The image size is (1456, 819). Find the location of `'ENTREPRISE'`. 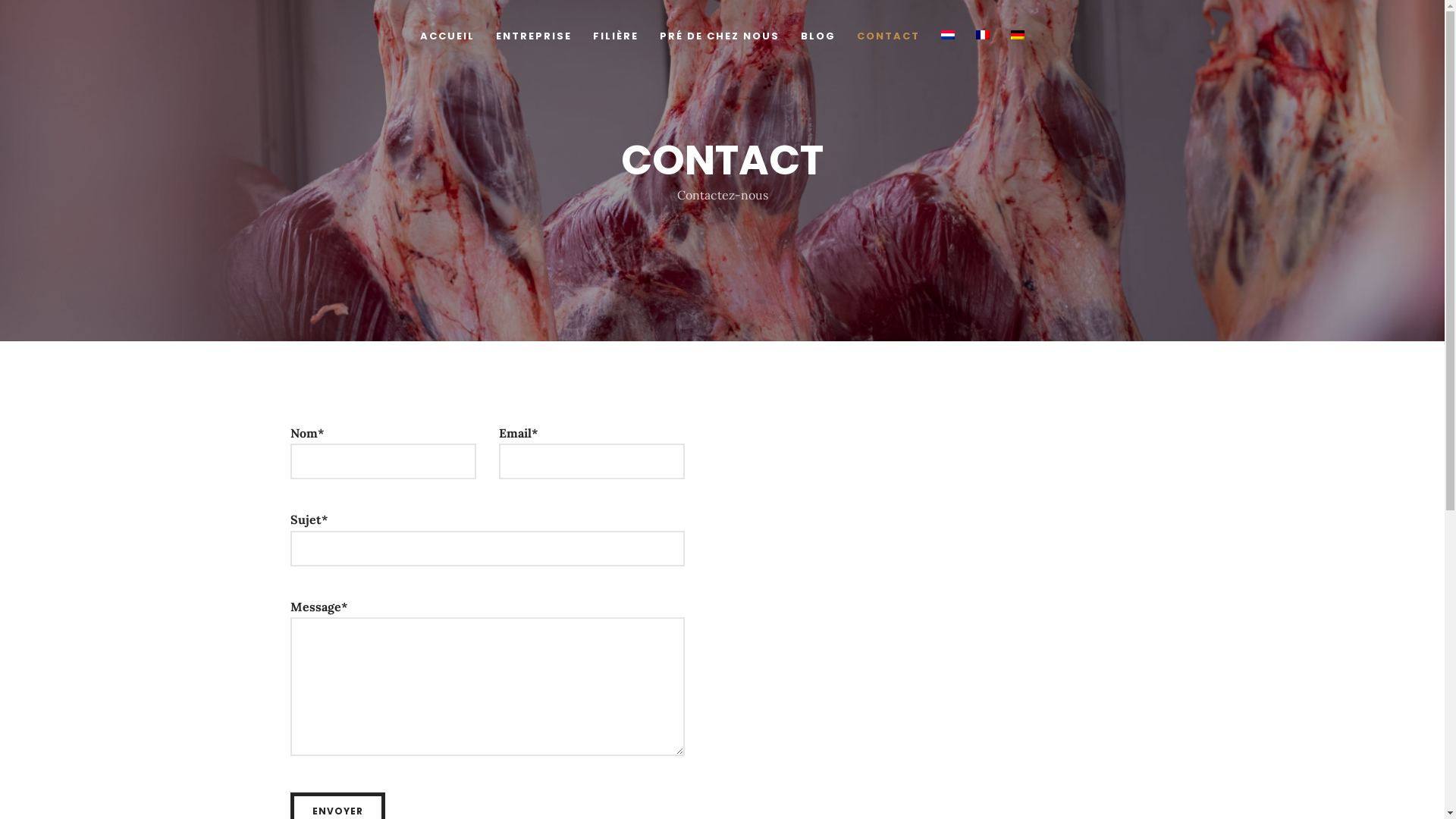

'ENTREPRISE' is located at coordinates (495, 39).